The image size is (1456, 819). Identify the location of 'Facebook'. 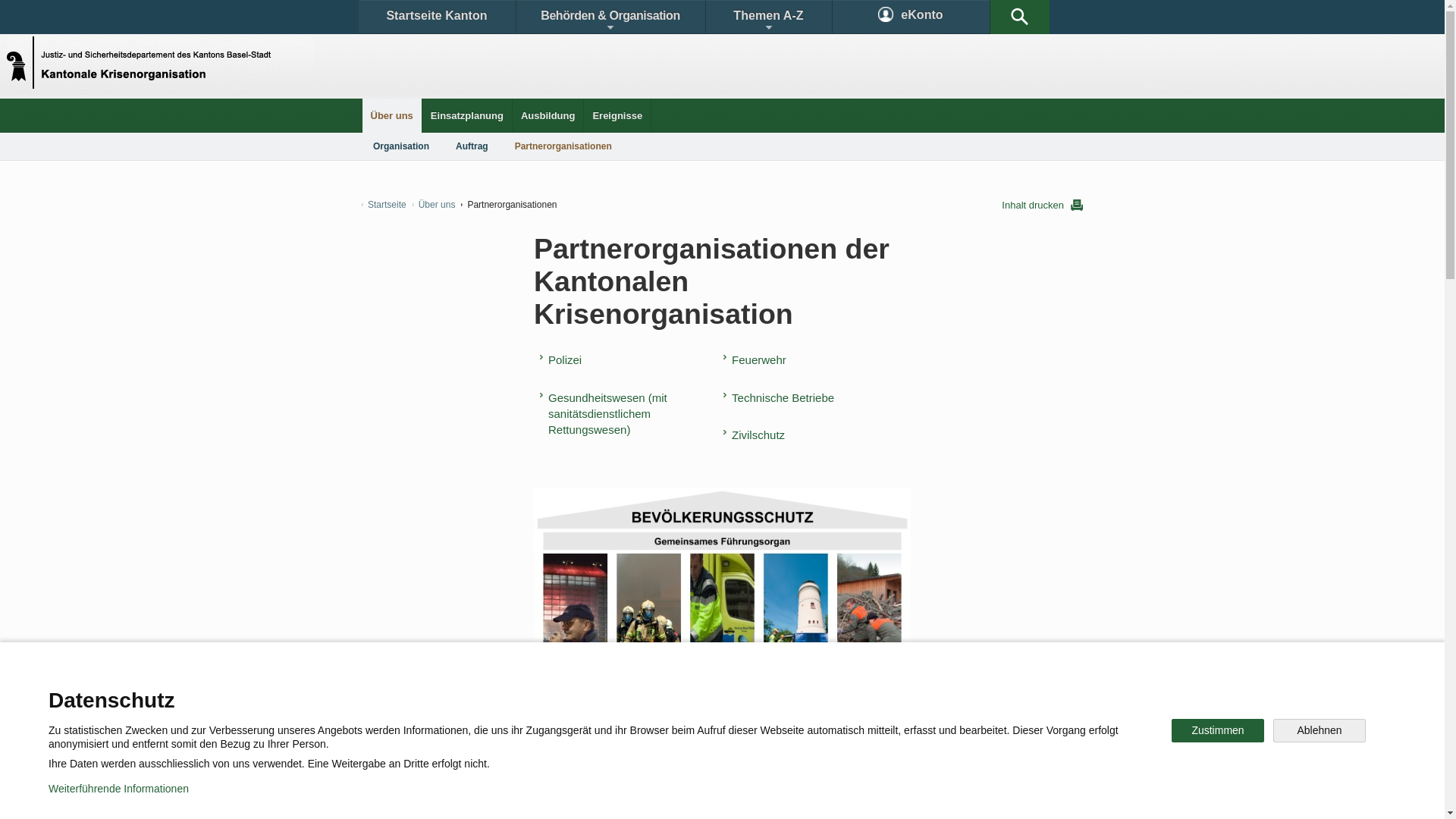
(507, 745).